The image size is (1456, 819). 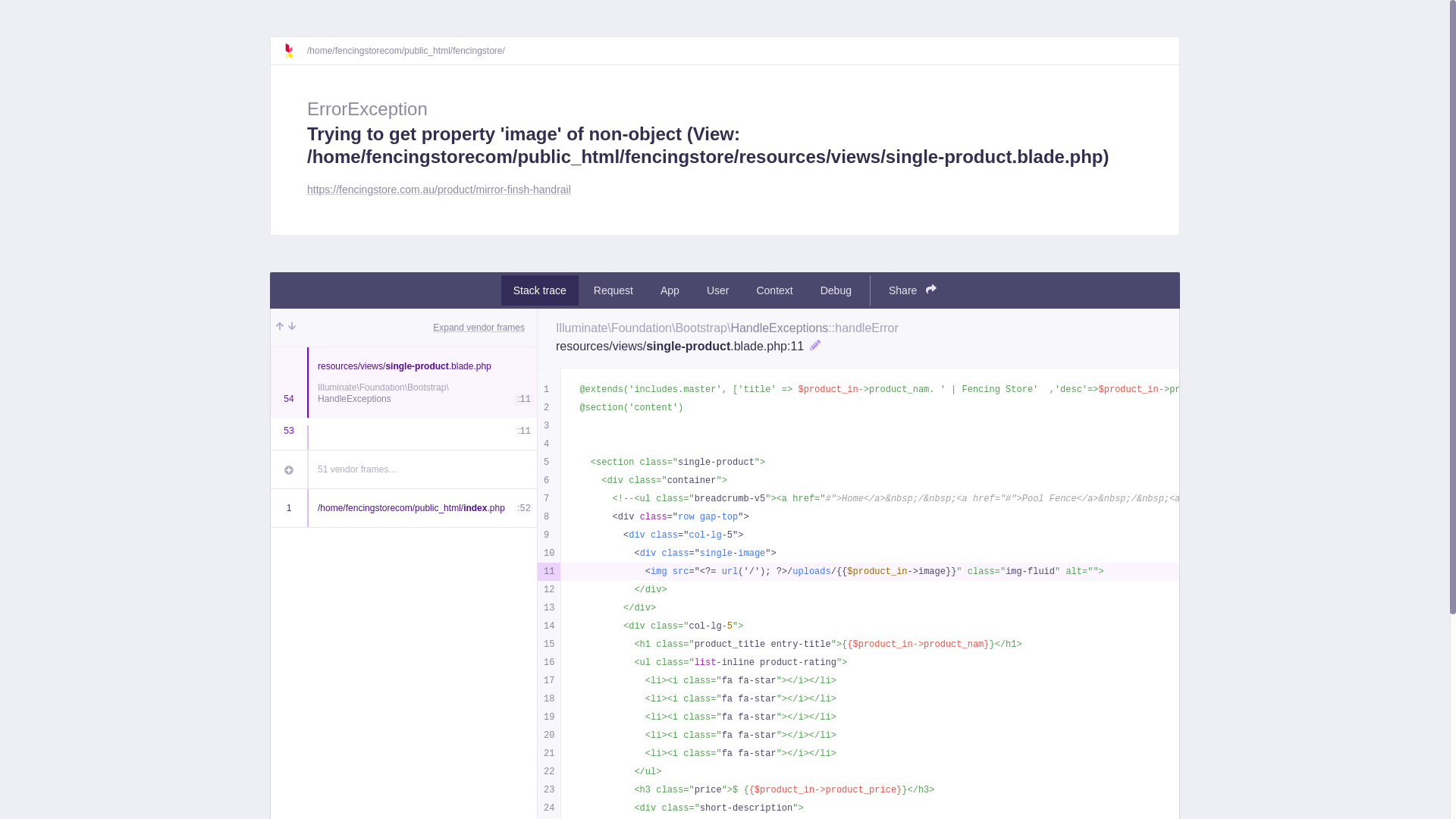 What do you see at coordinates (478, 327) in the screenshot?
I see `'Expand vendor frames'` at bounding box center [478, 327].